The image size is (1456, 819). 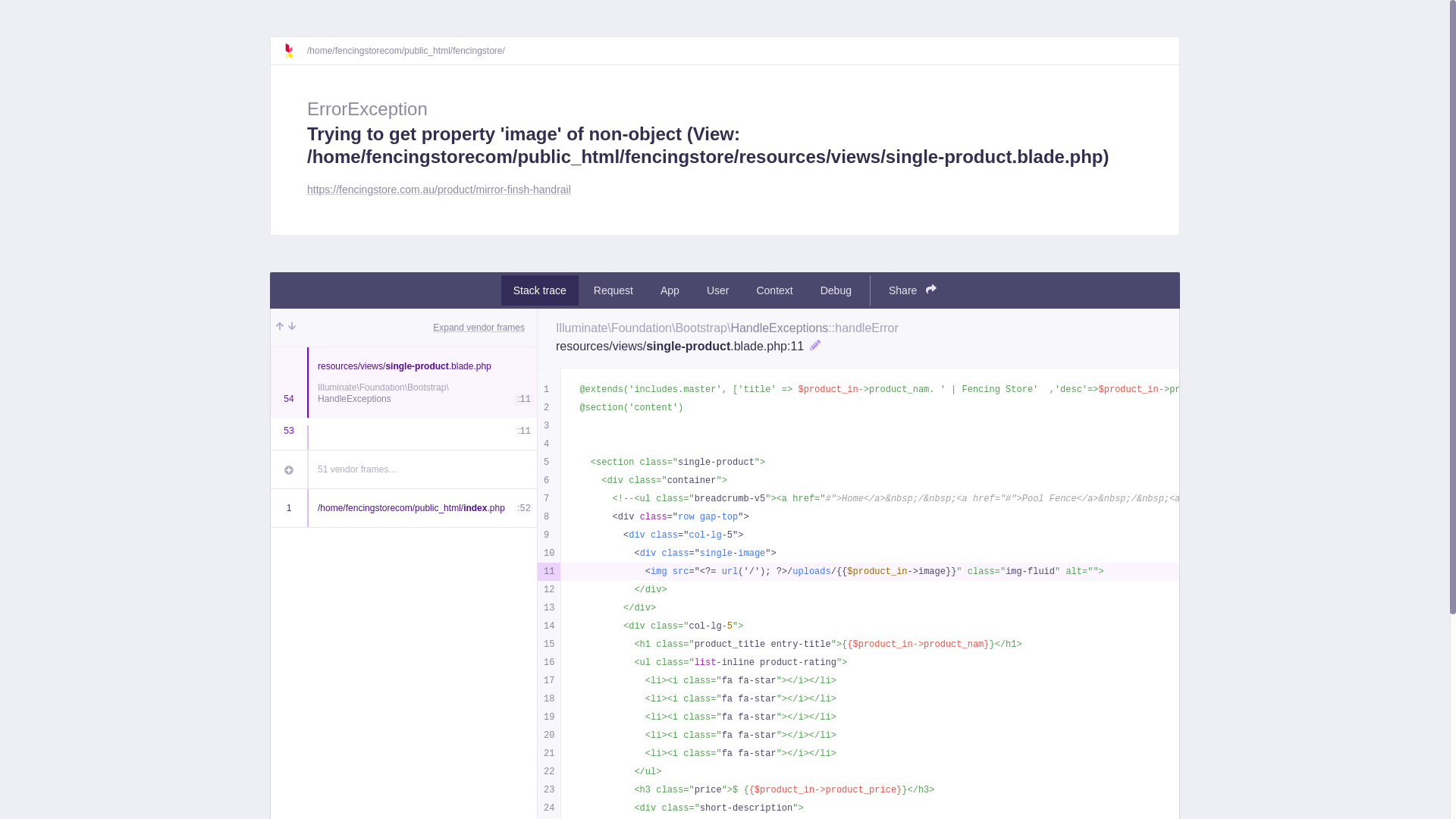 What do you see at coordinates (478, 327) in the screenshot?
I see `'Expand vendor frames'` at bounding box center [478, 327].